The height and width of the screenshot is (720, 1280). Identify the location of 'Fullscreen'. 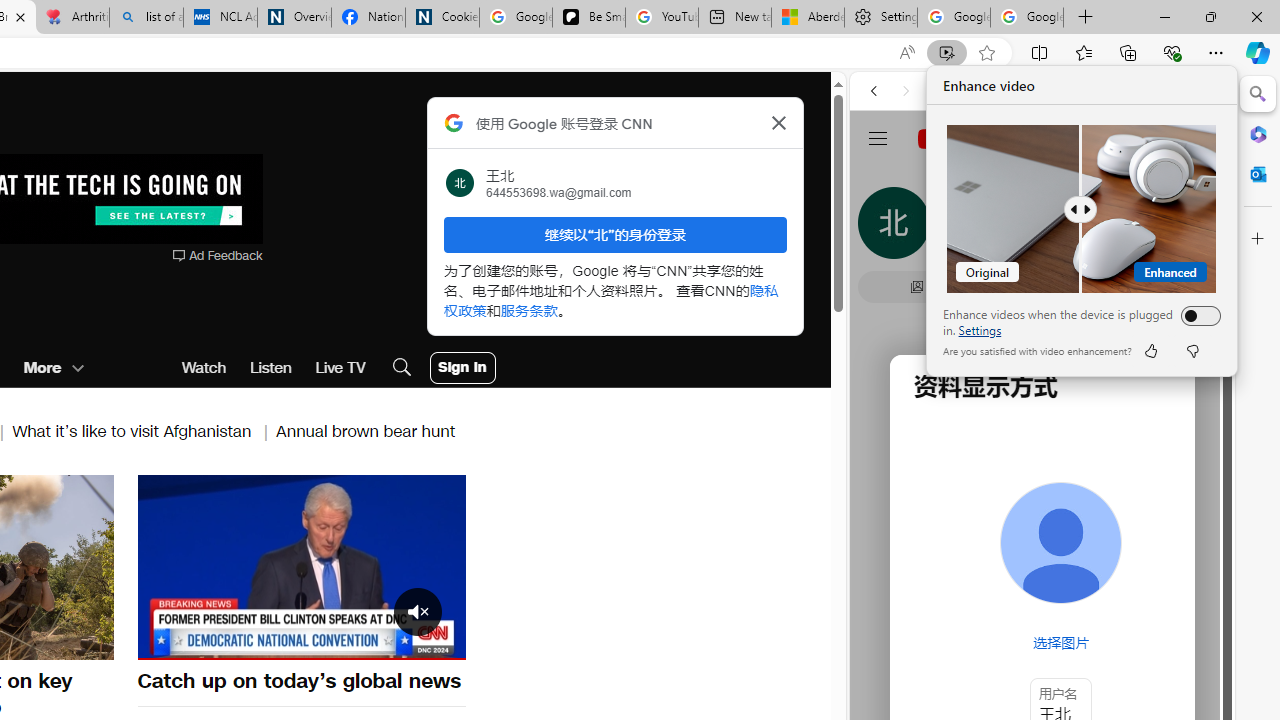
(437, 643).